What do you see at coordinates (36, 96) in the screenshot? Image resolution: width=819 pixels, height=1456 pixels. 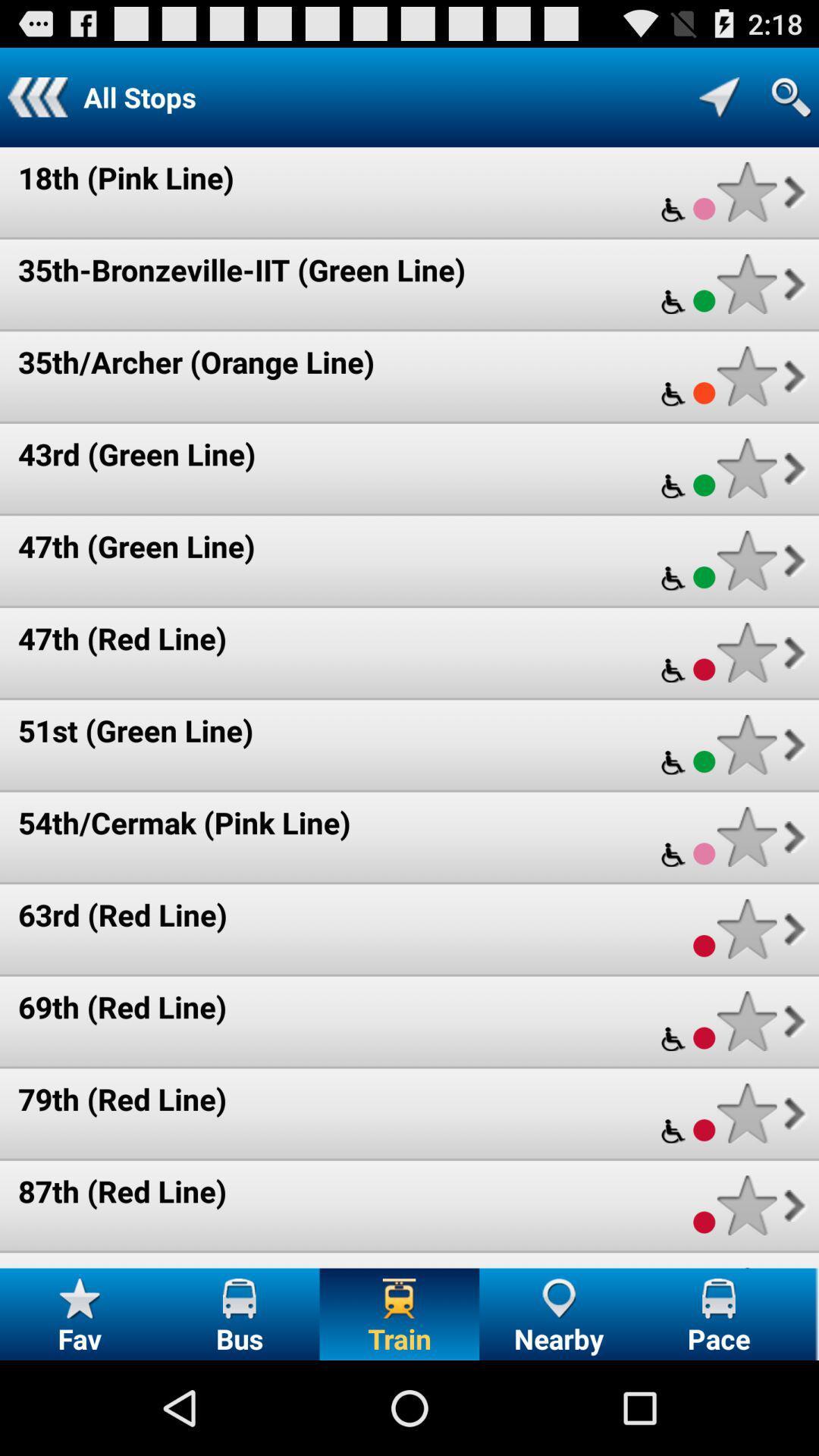 I see `app above 18th (pink line) icon` at bounding box center [36, 96].